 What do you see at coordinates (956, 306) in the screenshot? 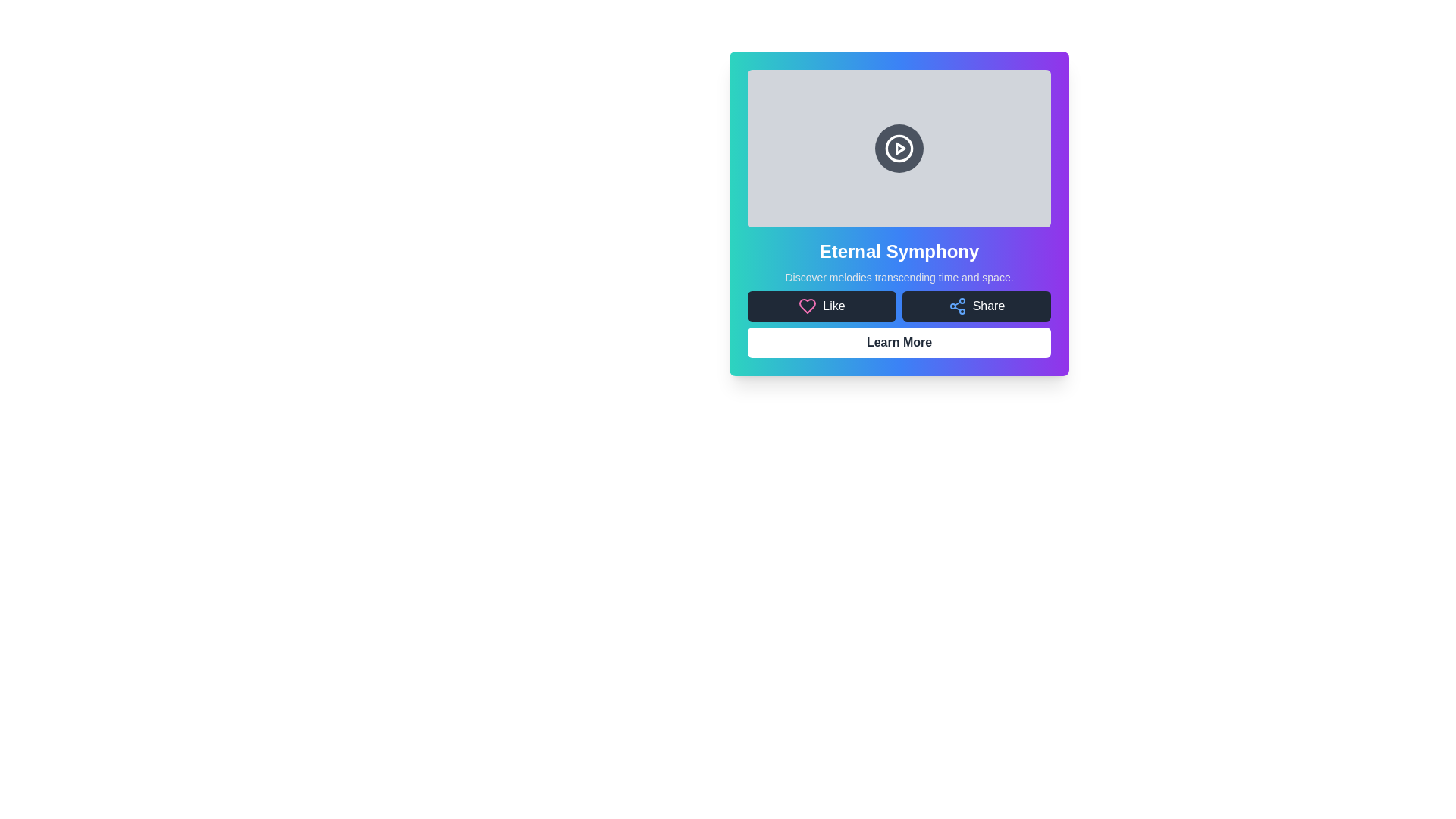
I see `the leftmost 'Share' SVG icon located in the bottom section of the 'Eternal Symphony' card` at bounding box center [956, 306].